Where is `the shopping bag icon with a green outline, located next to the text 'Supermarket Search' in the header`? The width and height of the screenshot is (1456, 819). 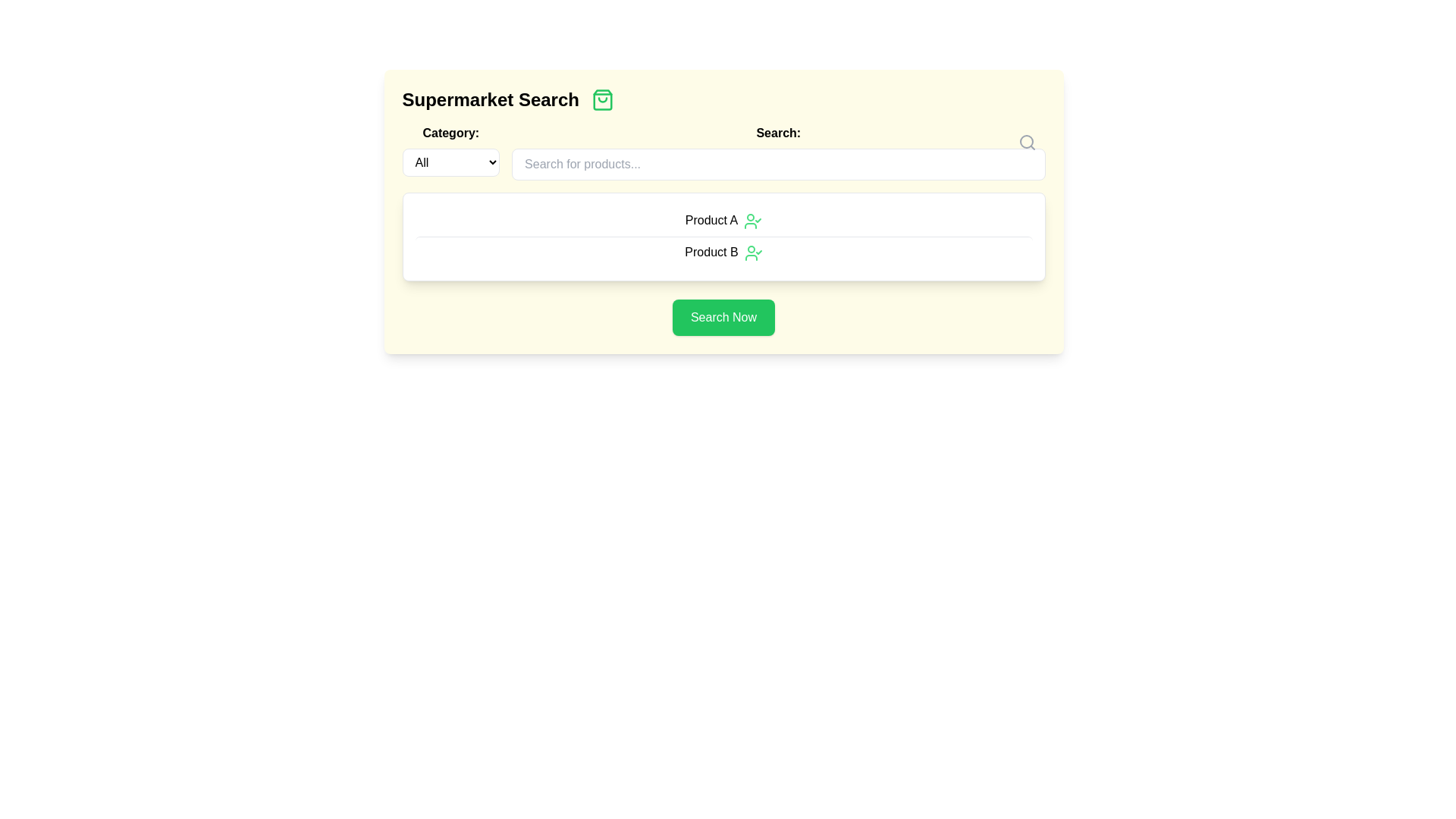 the shopping bag icon with a green outline, located next to the text 'Supermarket Search' in the header is located at coordinates (601, 99).